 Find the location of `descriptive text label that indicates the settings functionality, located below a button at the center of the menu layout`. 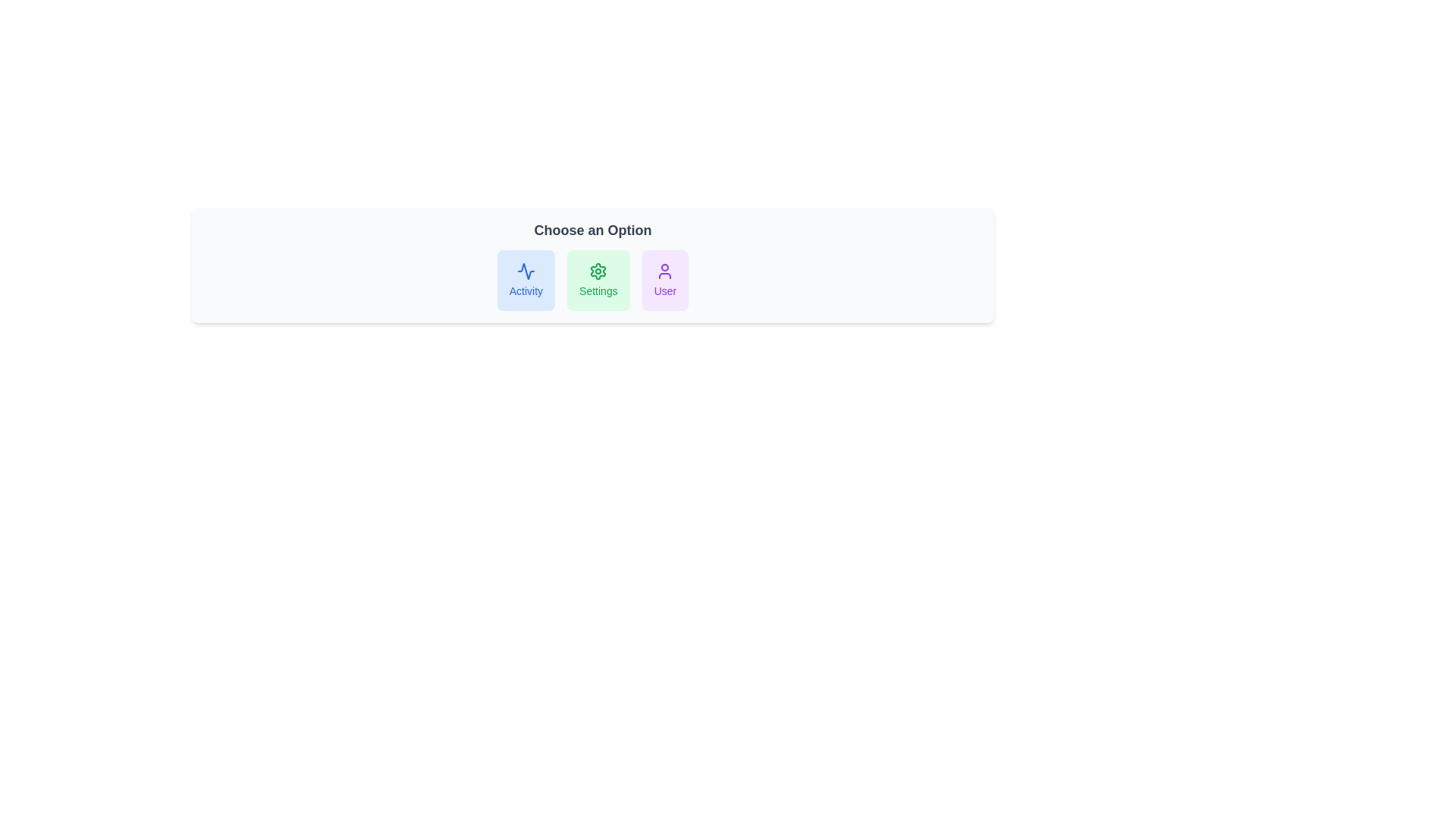

descriptive text label that indicates the settings functionality, located below a button at the center of the menu layout is located at coordinates (598, 291).